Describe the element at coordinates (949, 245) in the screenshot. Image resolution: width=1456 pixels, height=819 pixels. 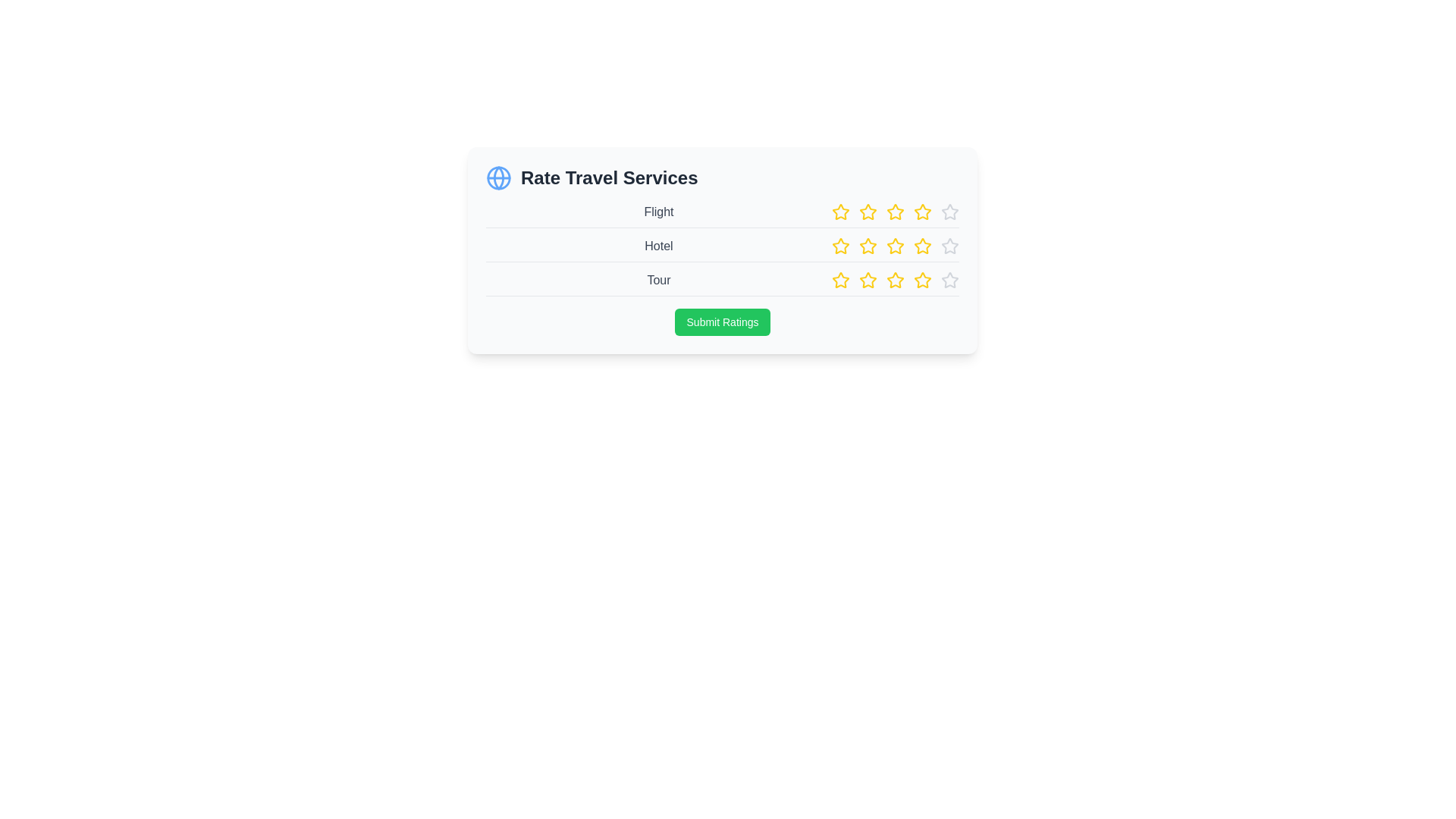
I see `the fifth outlined gray star icon in the rating system for 'Hotel' in the 'Rate Travel Services' interface` at that location.